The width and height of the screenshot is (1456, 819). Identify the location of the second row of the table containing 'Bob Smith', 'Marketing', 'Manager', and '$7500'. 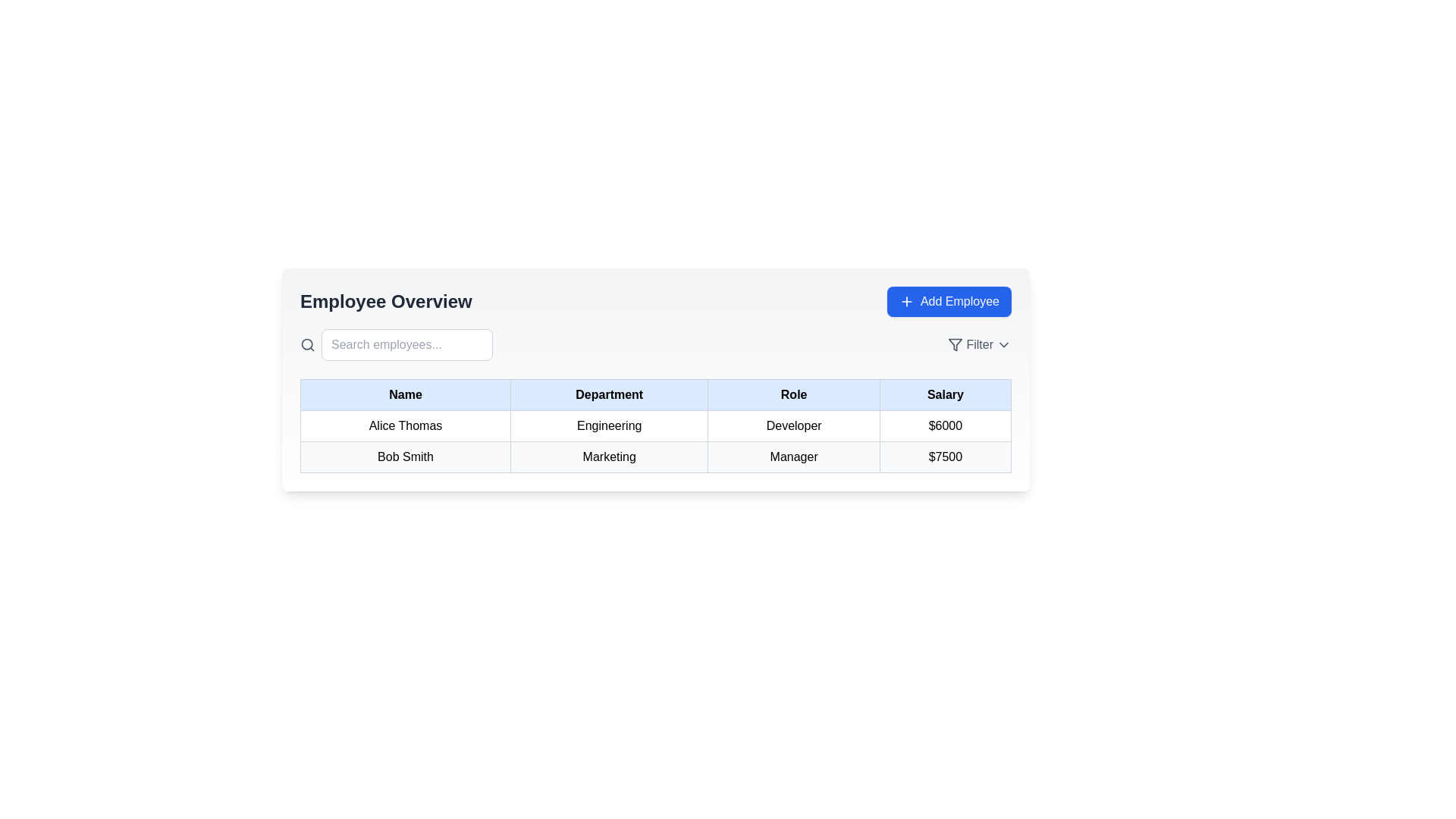
(655, 456).